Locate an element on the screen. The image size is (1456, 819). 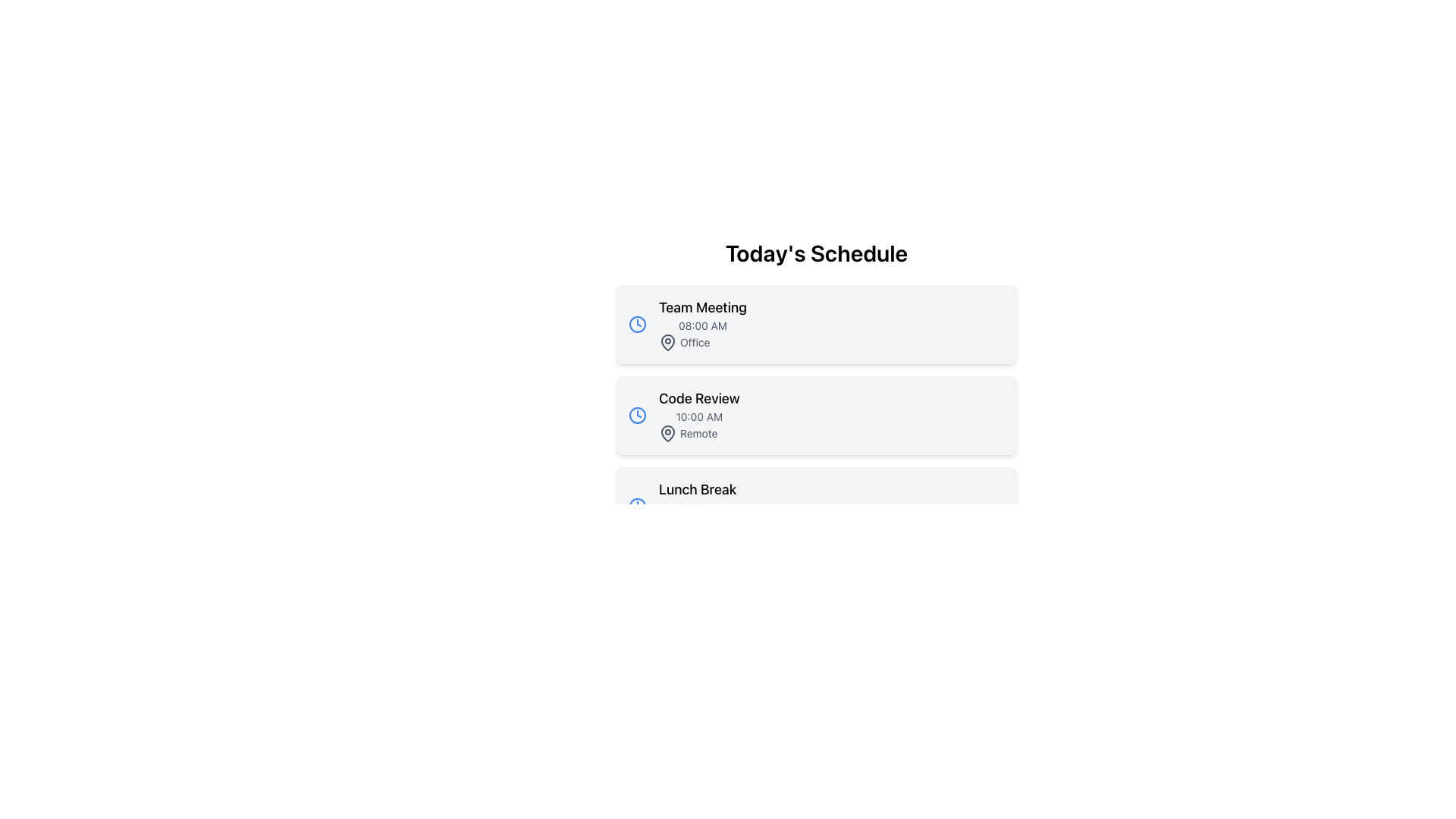
the Information display component that shows detailed information about a calendar event, positioned as the first entry under 'Today's Schedule.' is located at coordinates (701, 324).